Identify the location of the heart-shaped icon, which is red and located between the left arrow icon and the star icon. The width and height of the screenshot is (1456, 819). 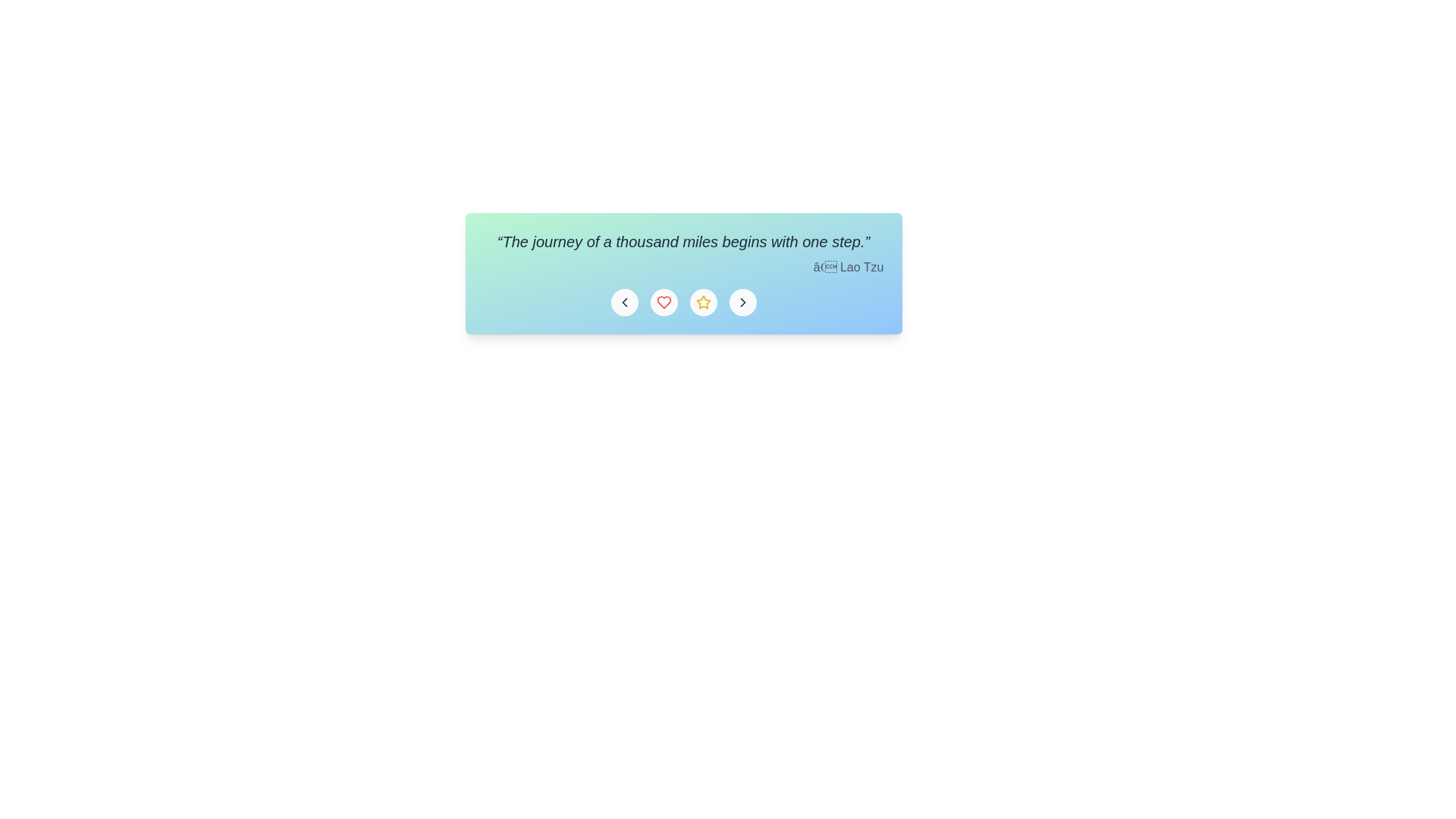
(664, 302).